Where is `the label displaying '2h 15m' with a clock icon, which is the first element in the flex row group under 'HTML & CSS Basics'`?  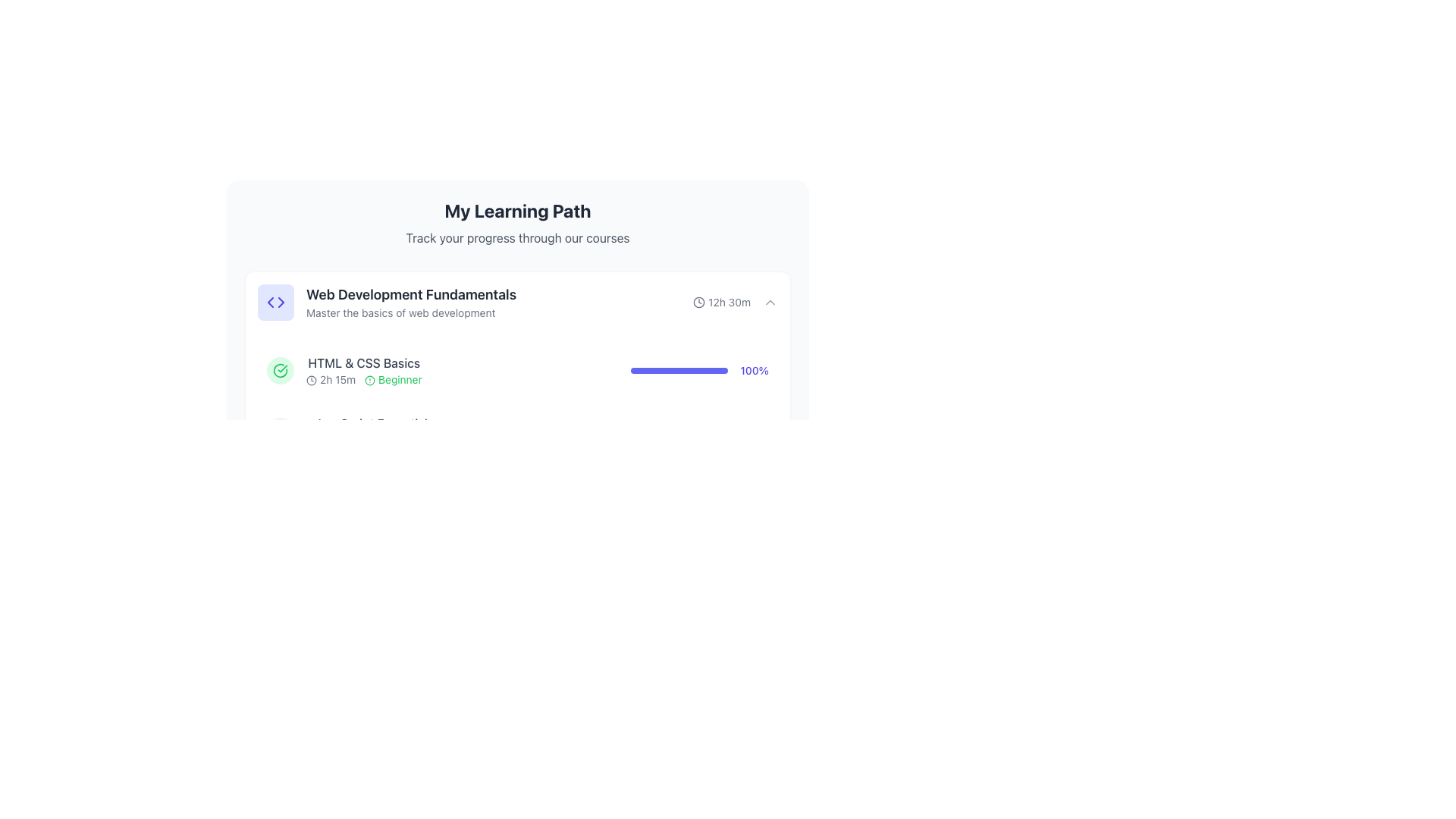 the label displaying '2h 15m' with a clock icon, which is the first element in the flex row group under 'HTML & CSS Basics' is located at coordinates (330, 379).